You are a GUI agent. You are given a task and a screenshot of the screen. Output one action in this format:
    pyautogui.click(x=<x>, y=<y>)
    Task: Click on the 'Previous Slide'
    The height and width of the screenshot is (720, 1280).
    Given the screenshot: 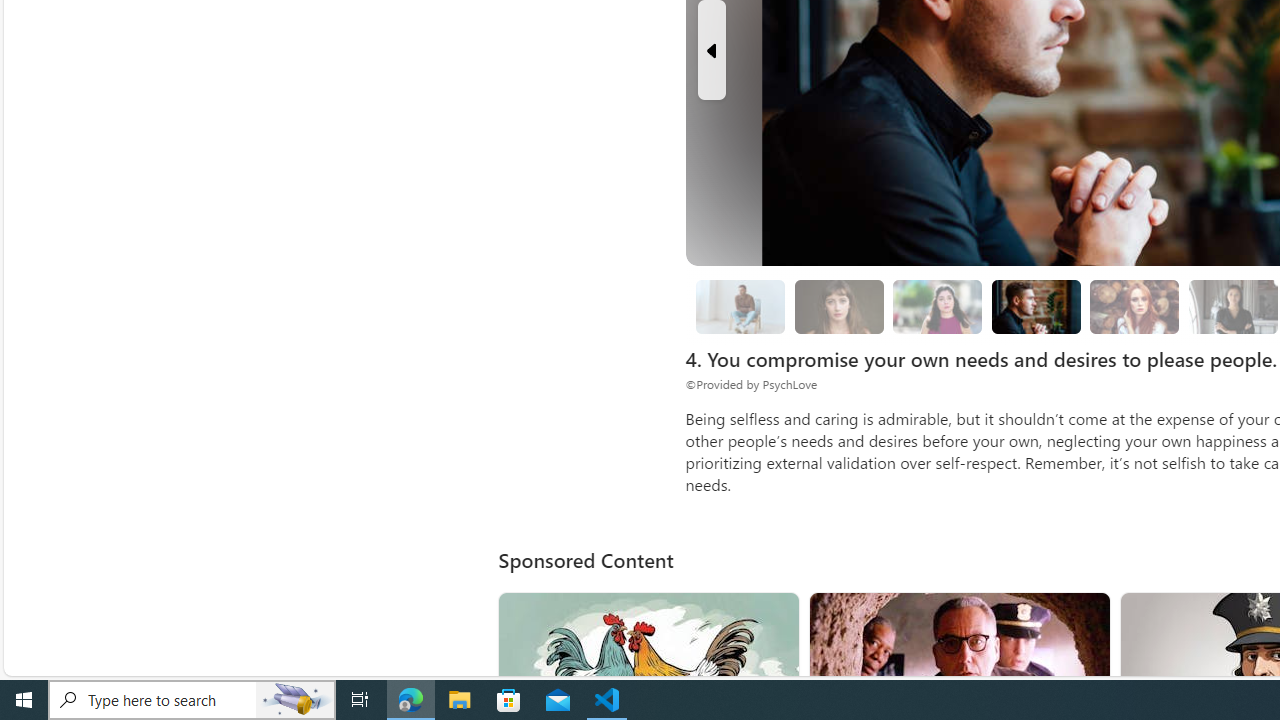 What is the action you would take?
    pyautogui.click(x=711, y=49)
    